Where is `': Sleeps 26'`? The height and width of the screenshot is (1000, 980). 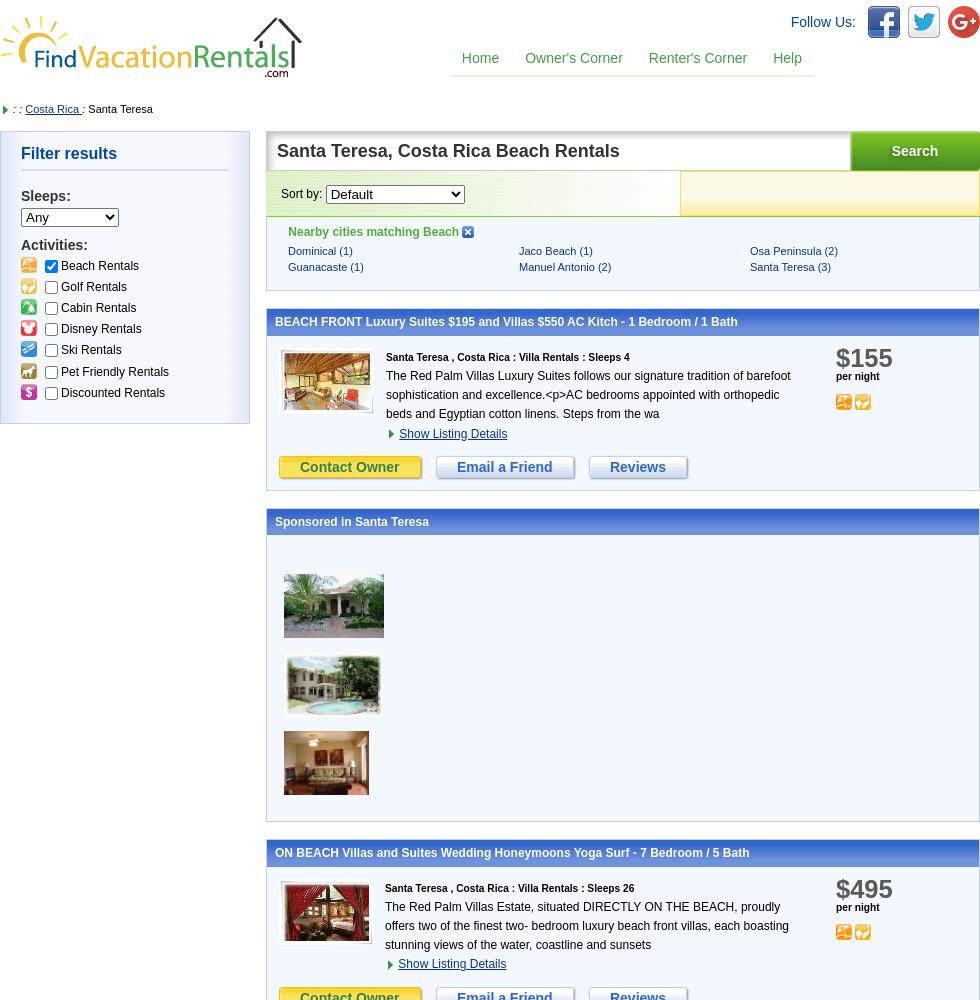
': Sleeps 26' is located at coordinates (578, 887).